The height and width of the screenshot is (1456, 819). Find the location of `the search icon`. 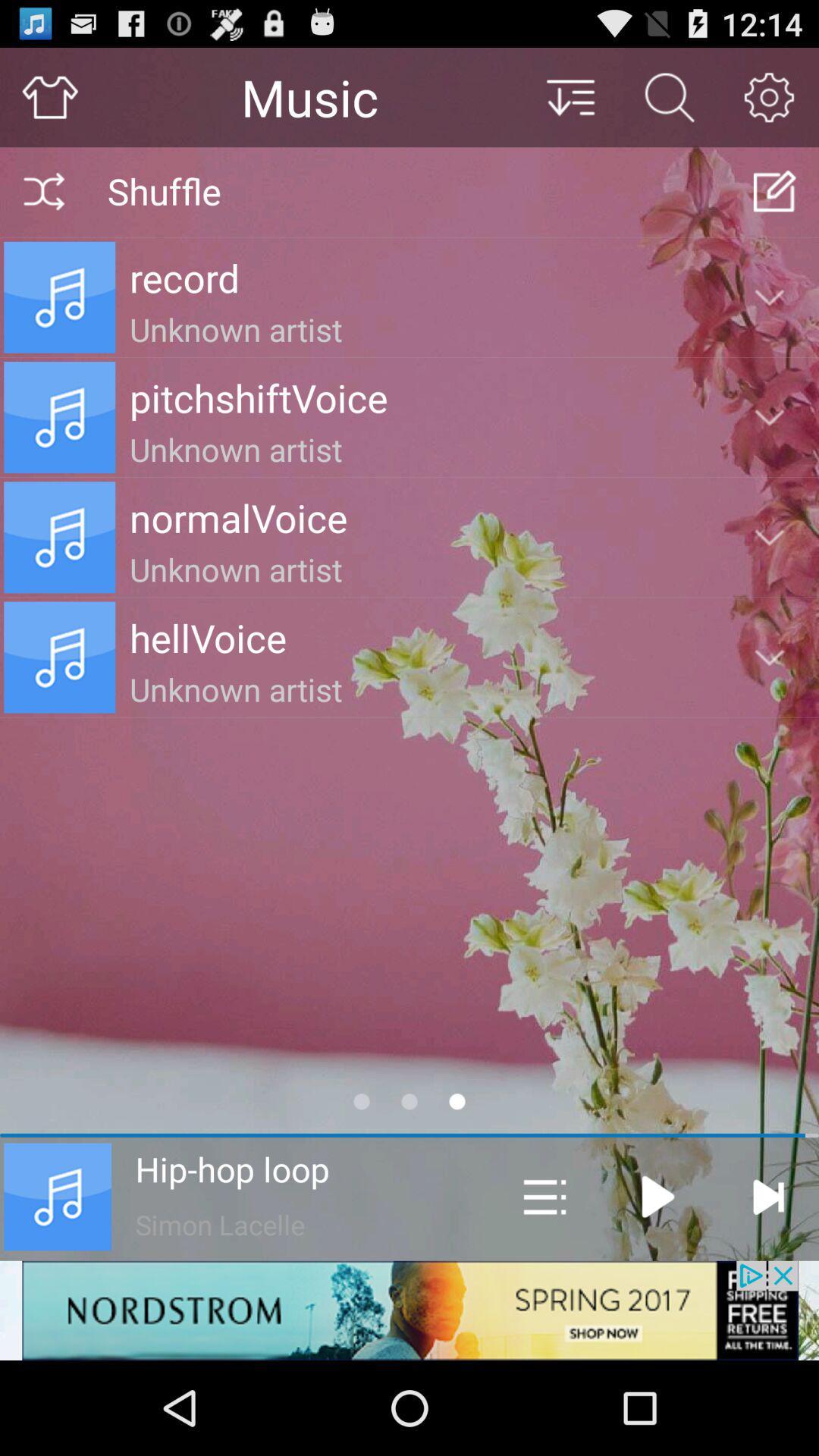

the search icon is located at coordinates (669, 103).